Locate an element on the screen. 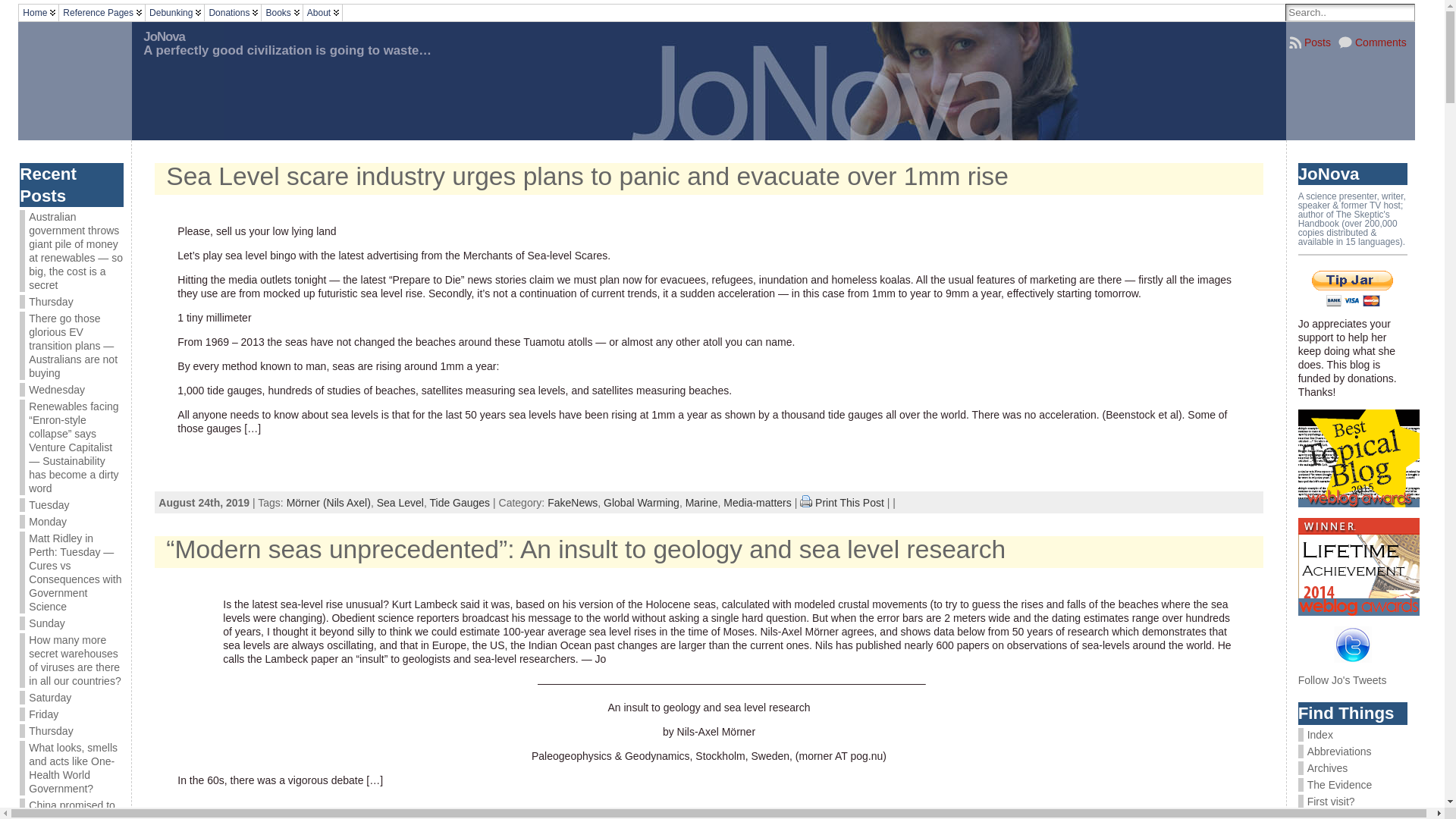  'Print This Post' is located at coordinates (805, 500).